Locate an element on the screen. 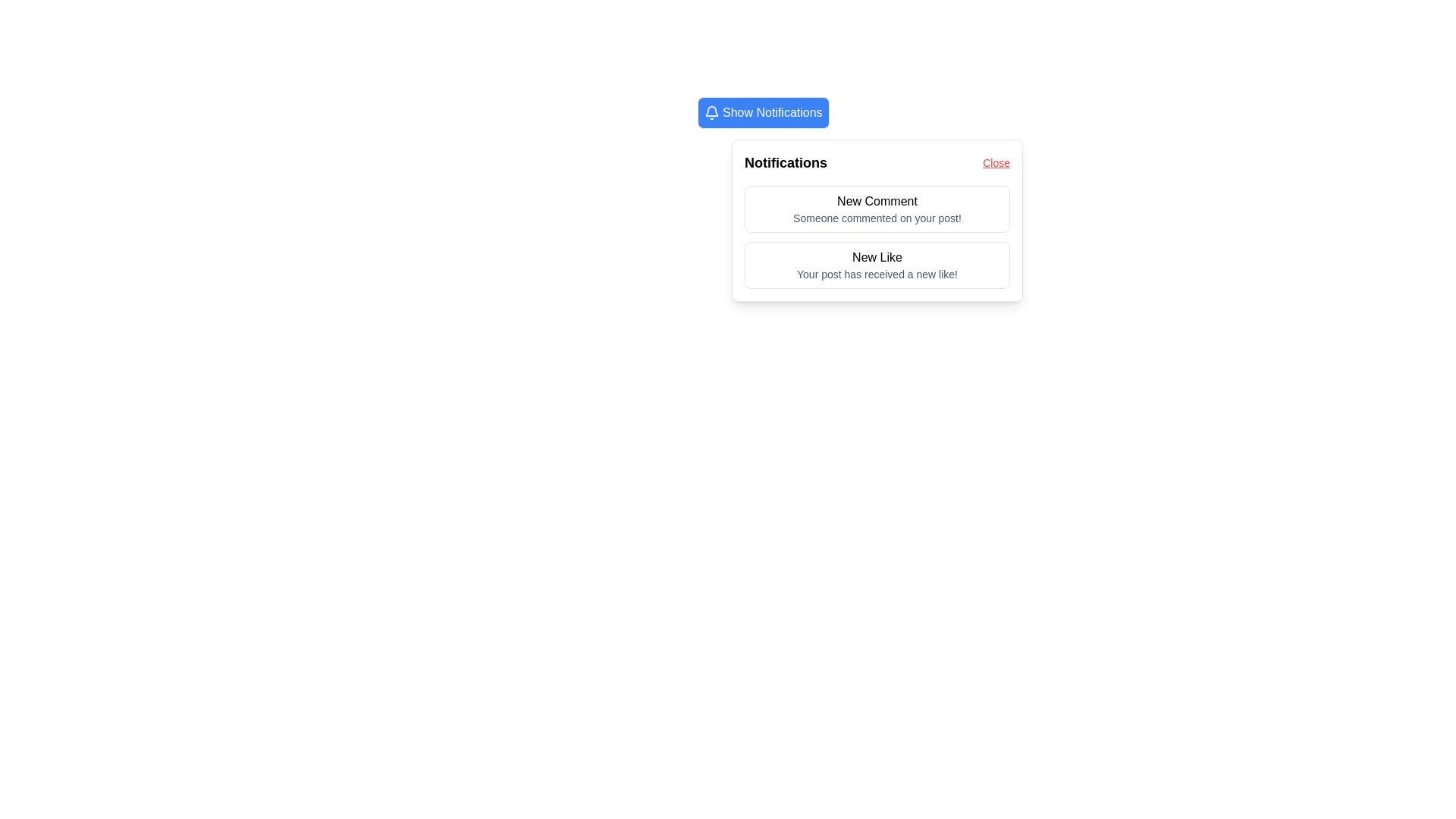 The width and height of the screenshot is (1456, 819). text block displaying 'Someone commented on your post!' located beneath the 'New Comment' header in the notification panel is located at coordinates (877, 218).